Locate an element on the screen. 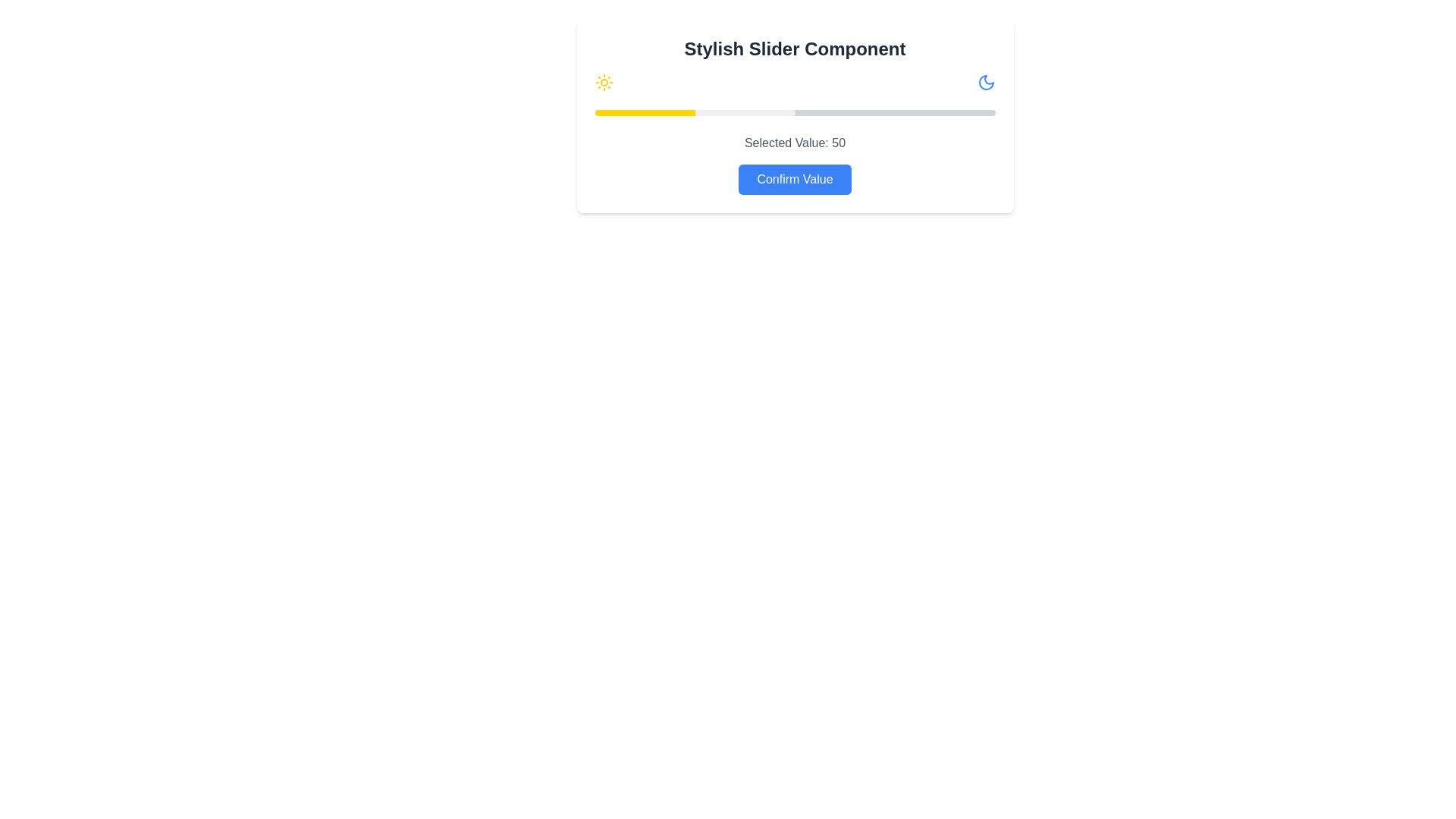 This screenshot has height=819, width=1456. the slider handle to set the value to 15 is located at coordinates (654, 112).